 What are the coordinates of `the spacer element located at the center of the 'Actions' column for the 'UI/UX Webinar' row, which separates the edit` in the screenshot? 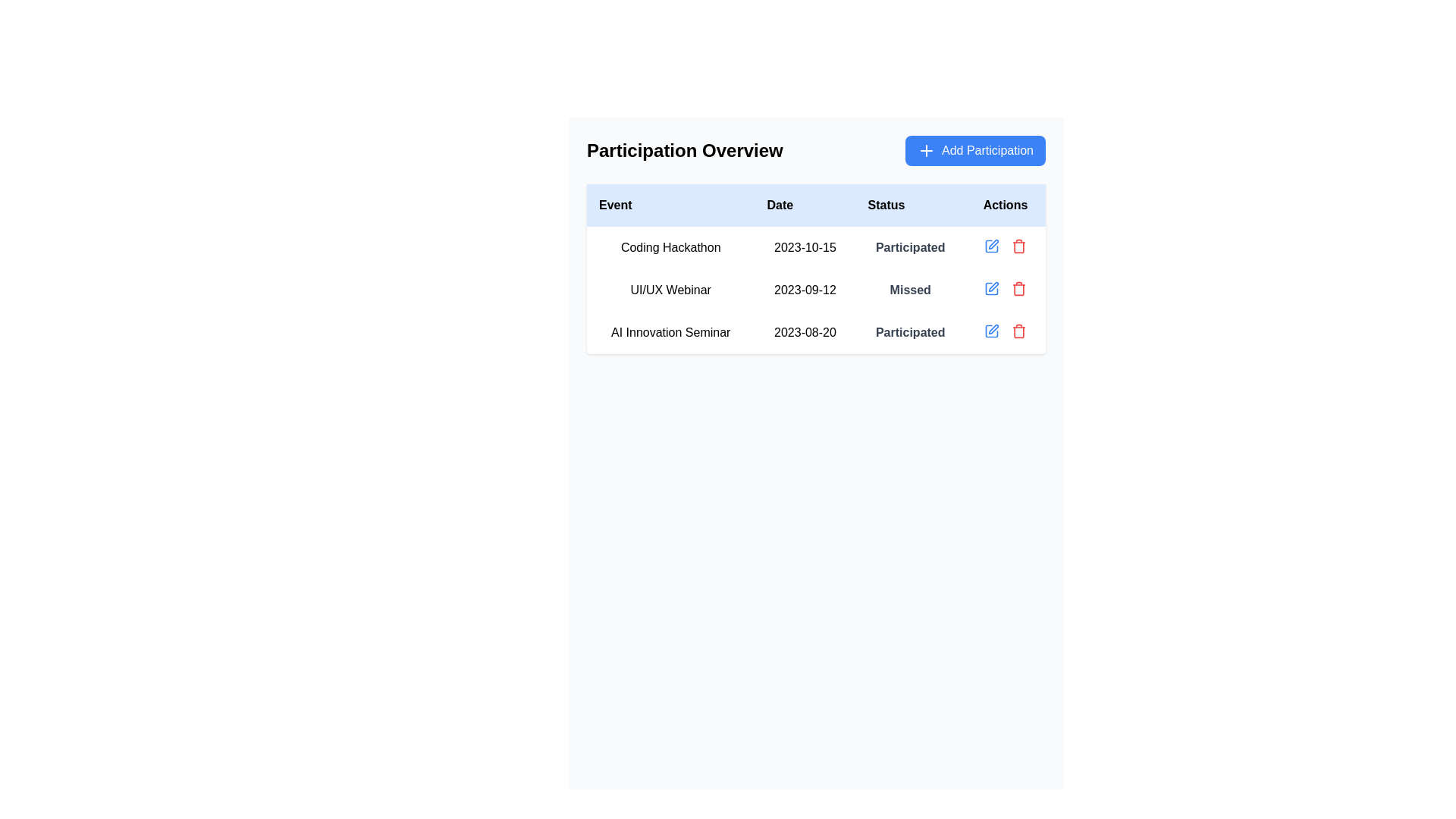 It's located at (1005, 289).